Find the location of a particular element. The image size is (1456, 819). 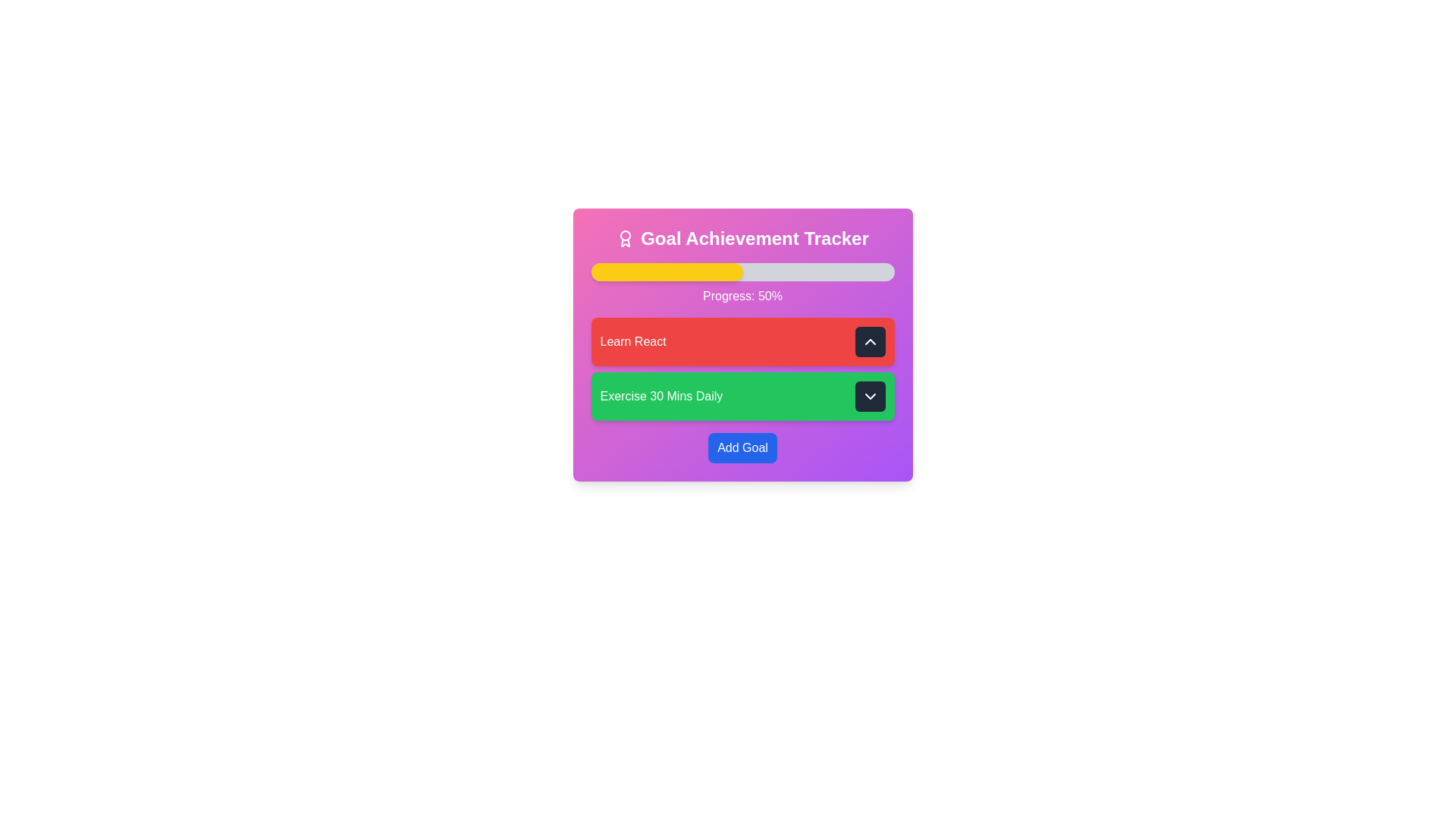

the Progress Indicator that visually represents the progress of a task, currently displaying a progress level of 50%, located within the gray progress bar of the 'Goal Achievement Tracker' card is located at coordinates (667, 271).